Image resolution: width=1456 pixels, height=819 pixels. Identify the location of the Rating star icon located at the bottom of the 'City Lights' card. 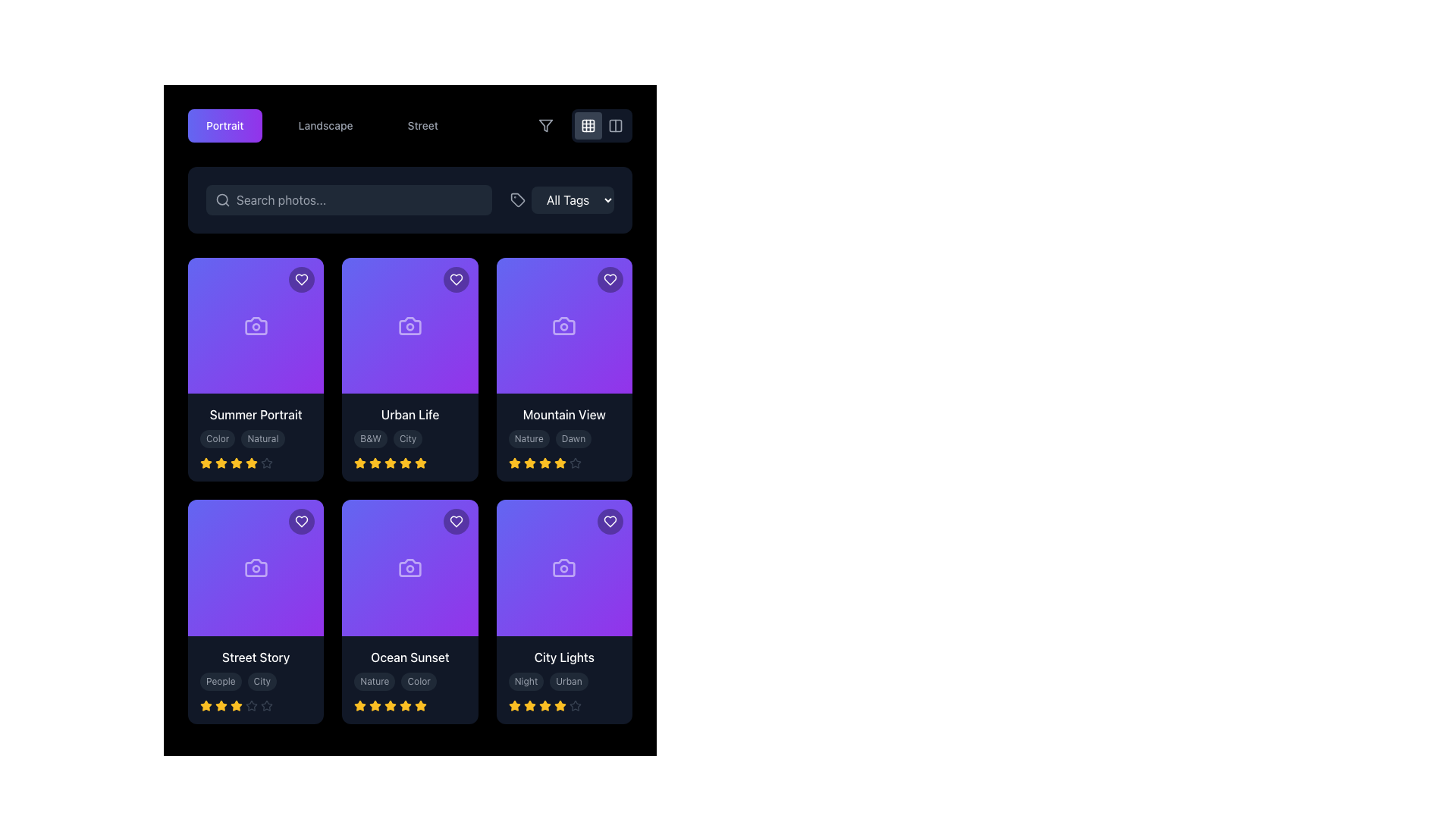
(514, 705).